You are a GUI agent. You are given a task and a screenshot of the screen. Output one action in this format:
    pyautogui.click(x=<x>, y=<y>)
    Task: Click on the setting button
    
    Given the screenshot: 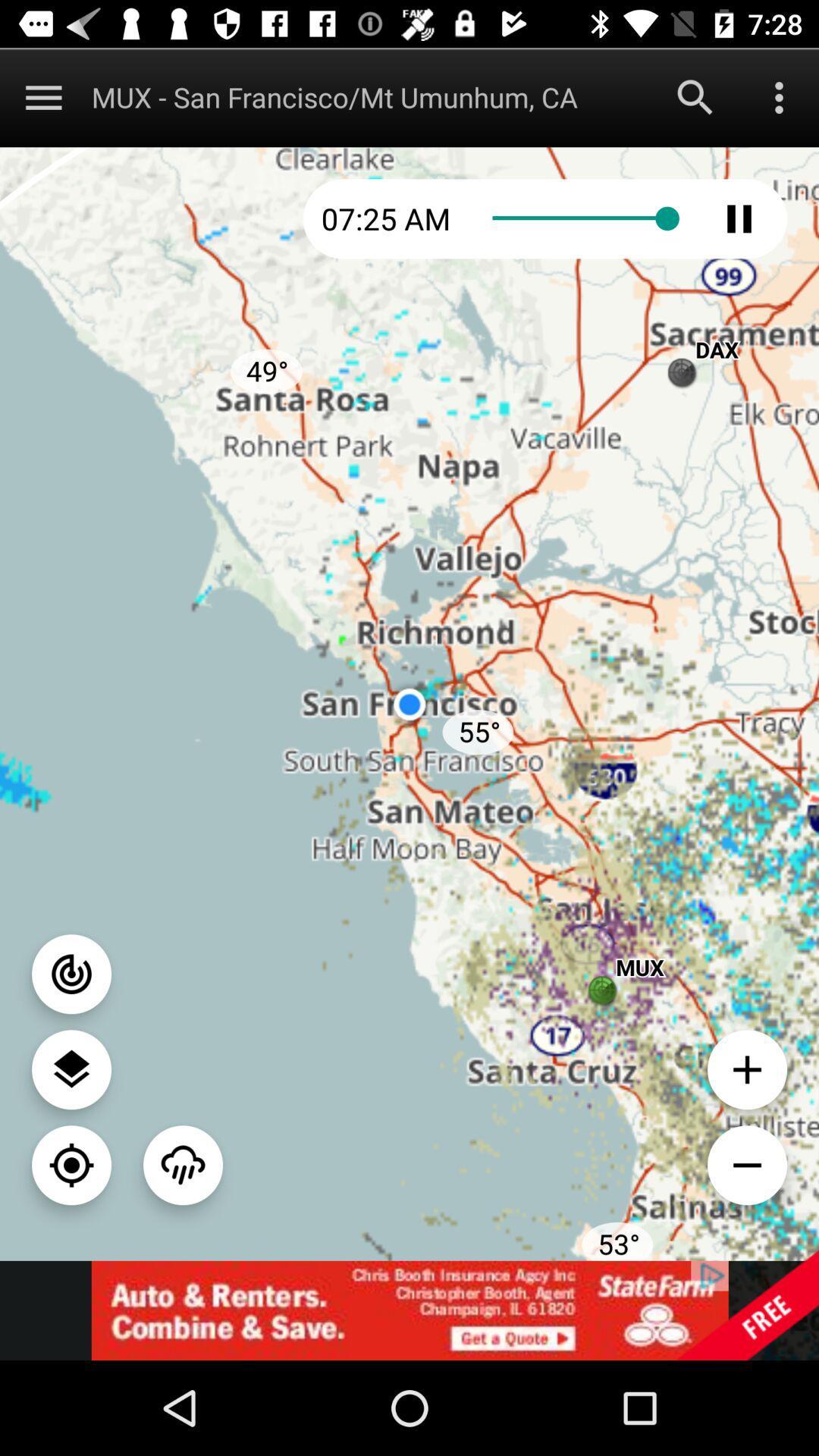 What is the action you would take?
    pyautogui.click(x=71, y=1068)
    